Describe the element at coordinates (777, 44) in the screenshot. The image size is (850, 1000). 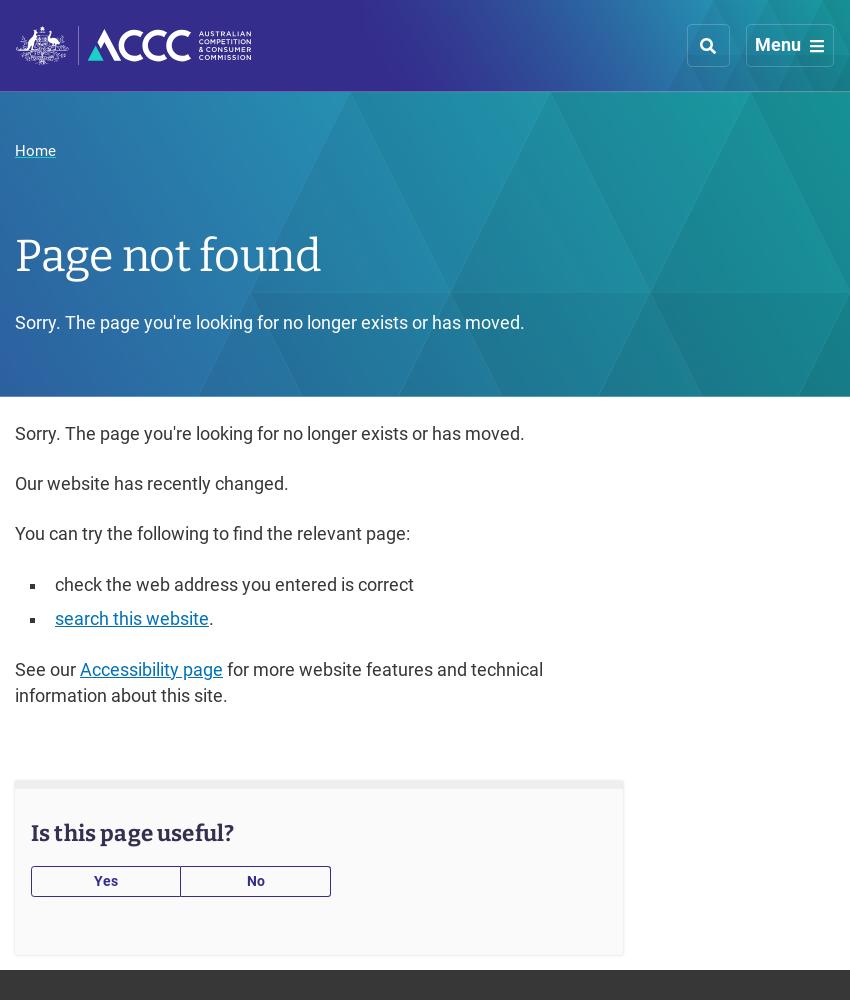
I see `'Menu'` at that location.